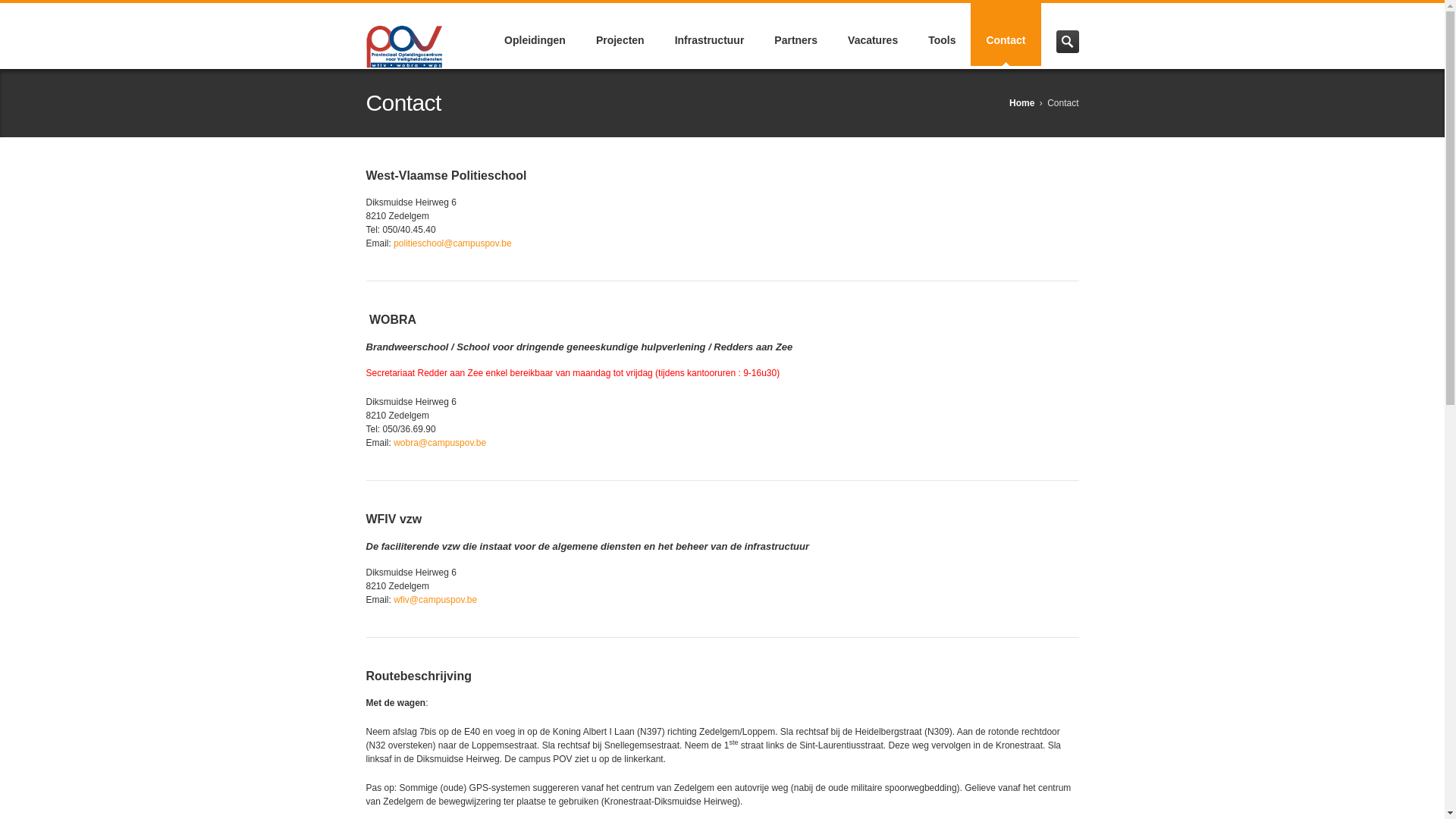 Image resolution: width=1456 pixels, height=819 pixels. I want to click on 'Infrastructuur', so click(709, 34).